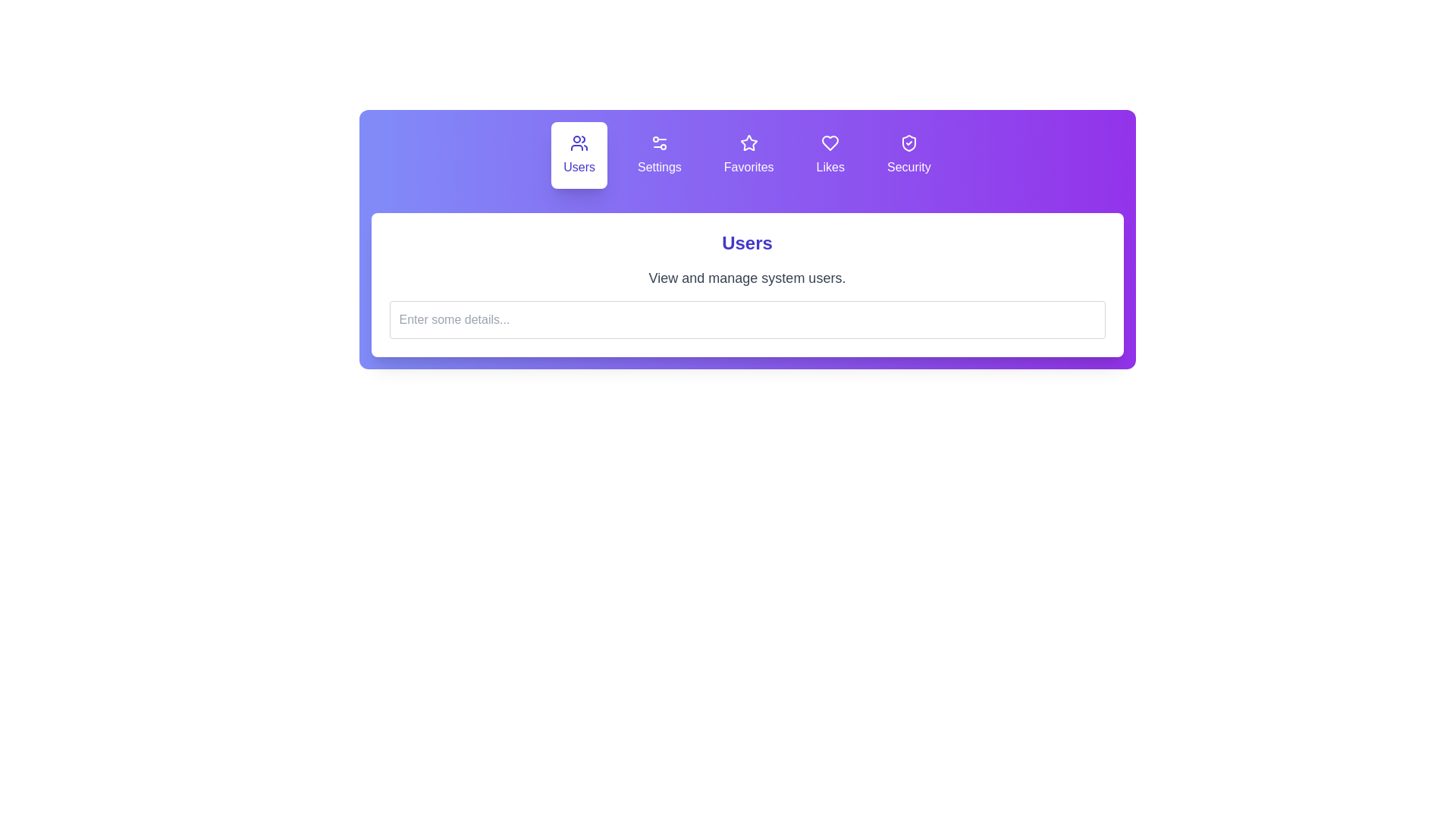 This screenshot has width=1456, height=819. I want to click on the tab labeled Users to view its description, so click(578, 155).